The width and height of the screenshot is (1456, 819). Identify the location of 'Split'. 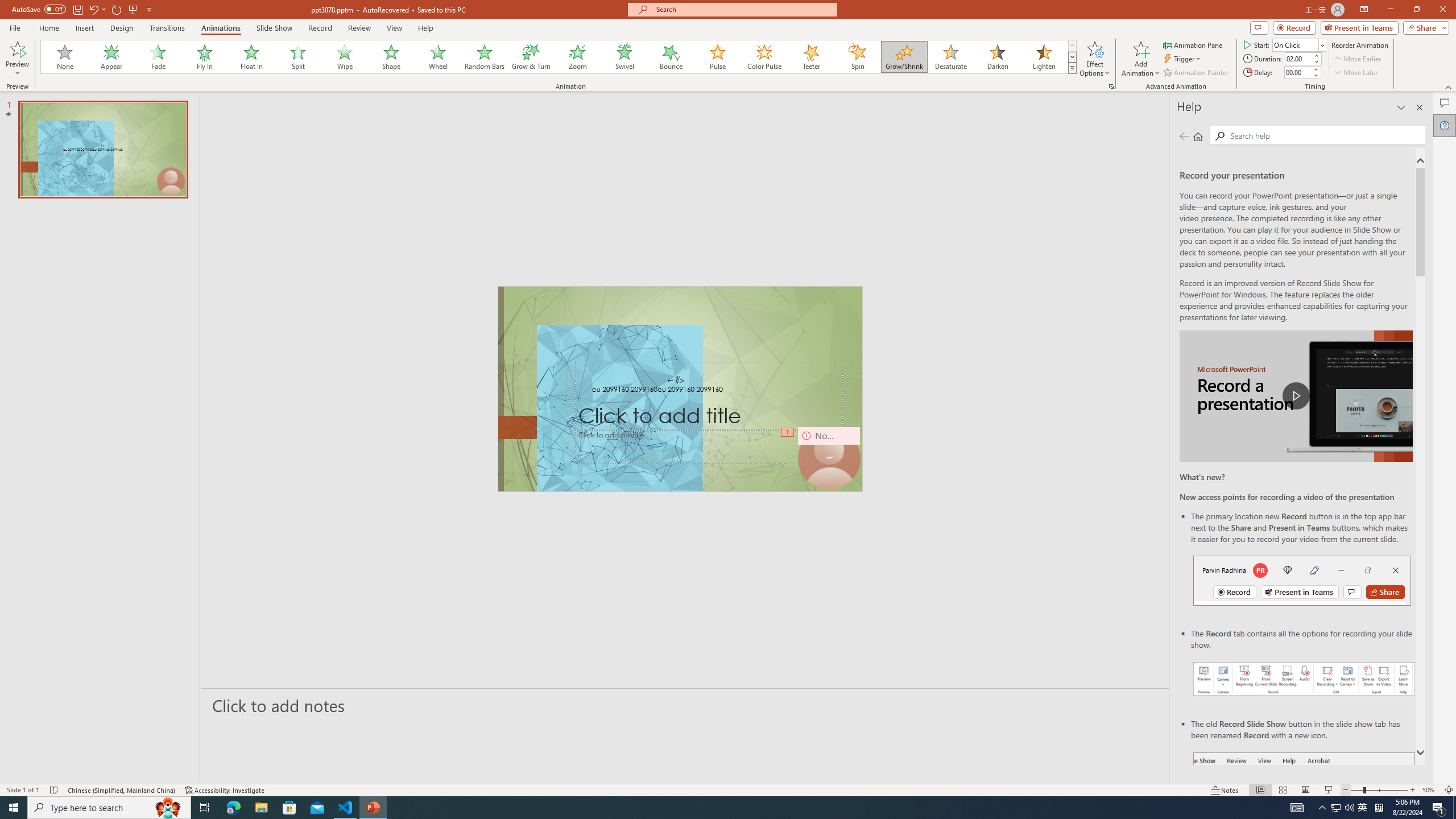
(297, 56).